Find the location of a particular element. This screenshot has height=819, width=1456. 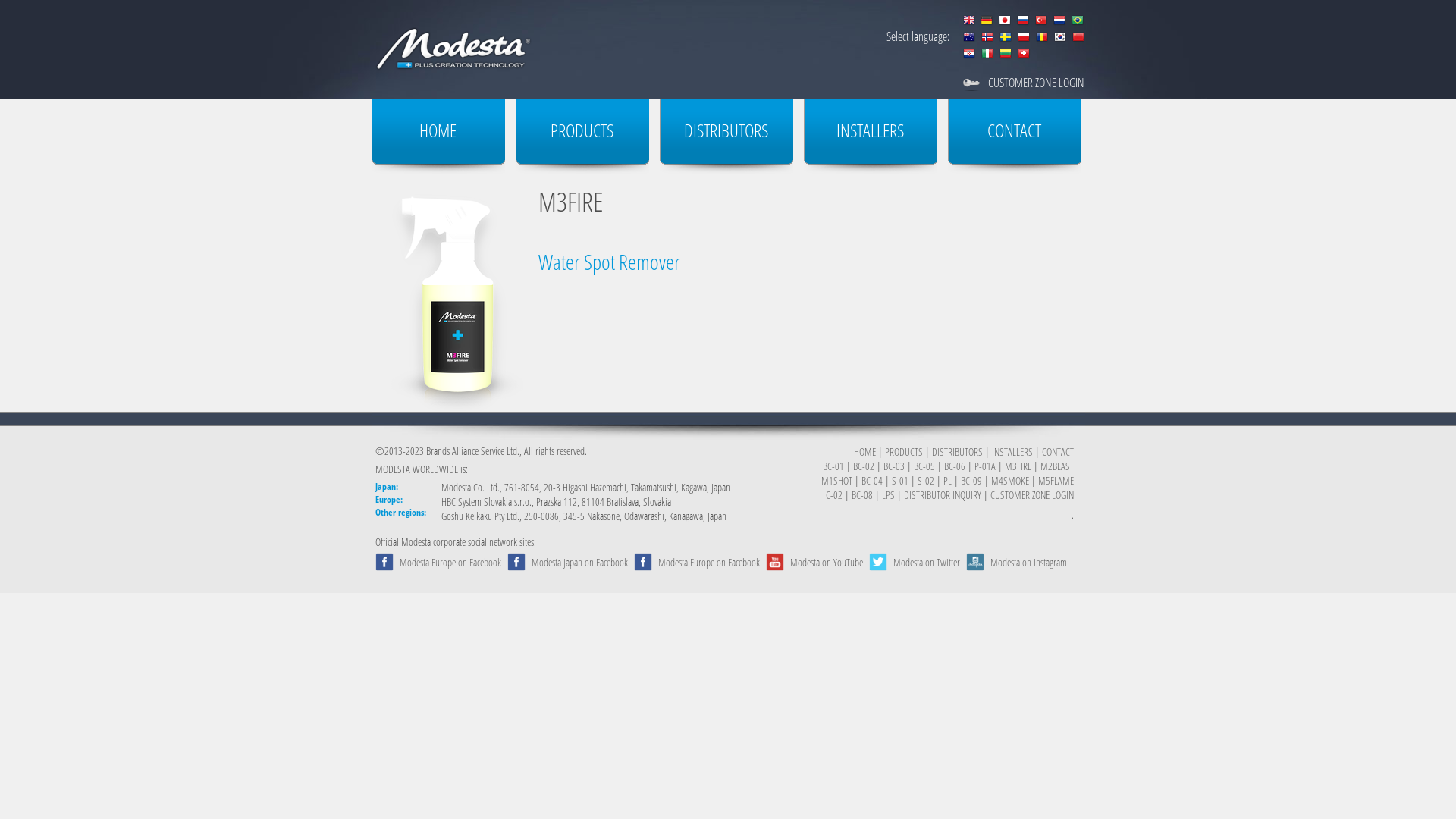

'Modesta Japan on Facebook' is located at coordinates (579, 562).